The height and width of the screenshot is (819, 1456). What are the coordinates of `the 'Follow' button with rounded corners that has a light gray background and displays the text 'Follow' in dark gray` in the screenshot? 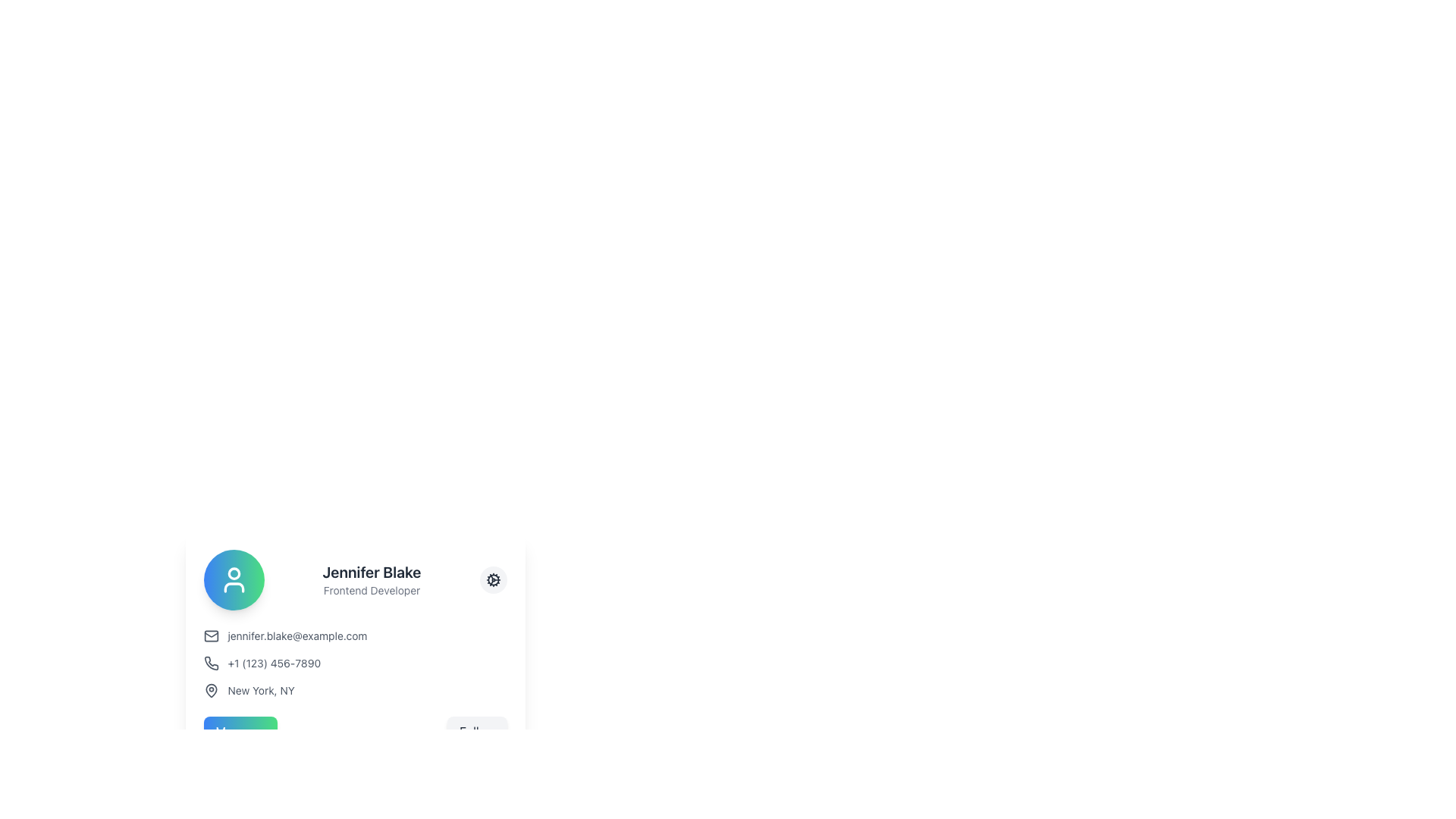 It's located at (476, 730).